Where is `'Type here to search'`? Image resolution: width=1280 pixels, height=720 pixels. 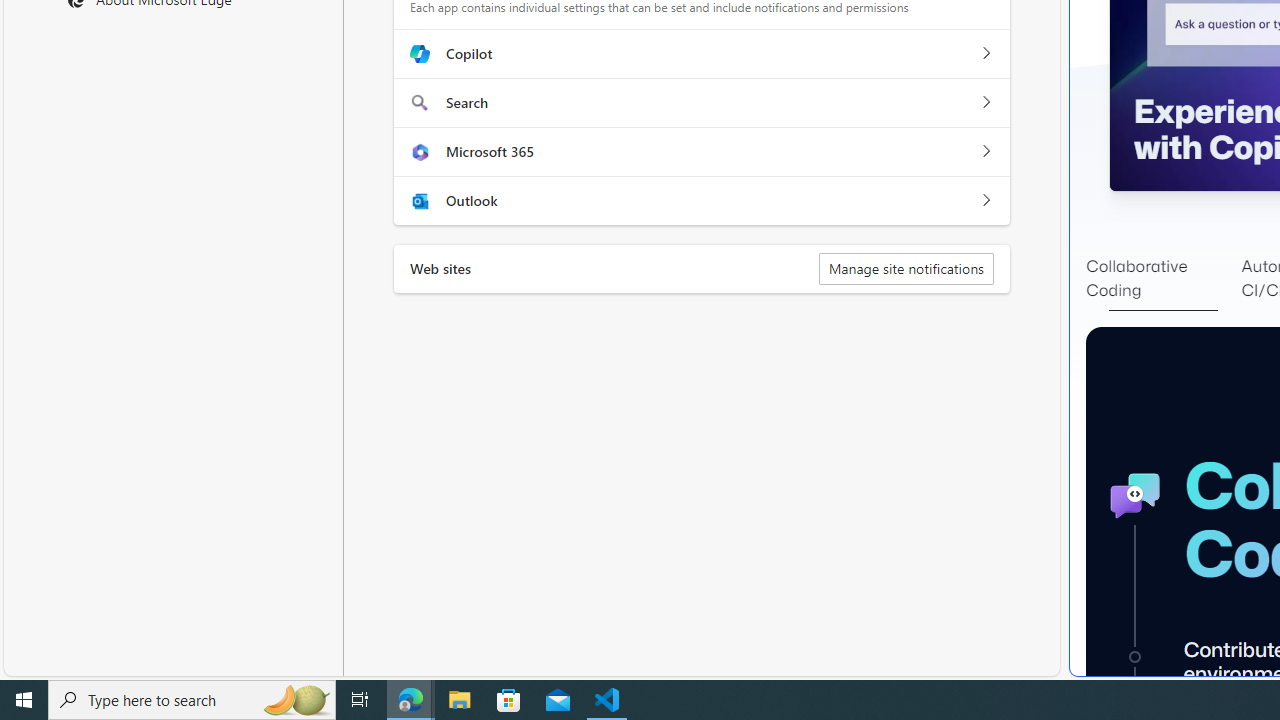 'Type here to search' is located at coordinates (192, 698).